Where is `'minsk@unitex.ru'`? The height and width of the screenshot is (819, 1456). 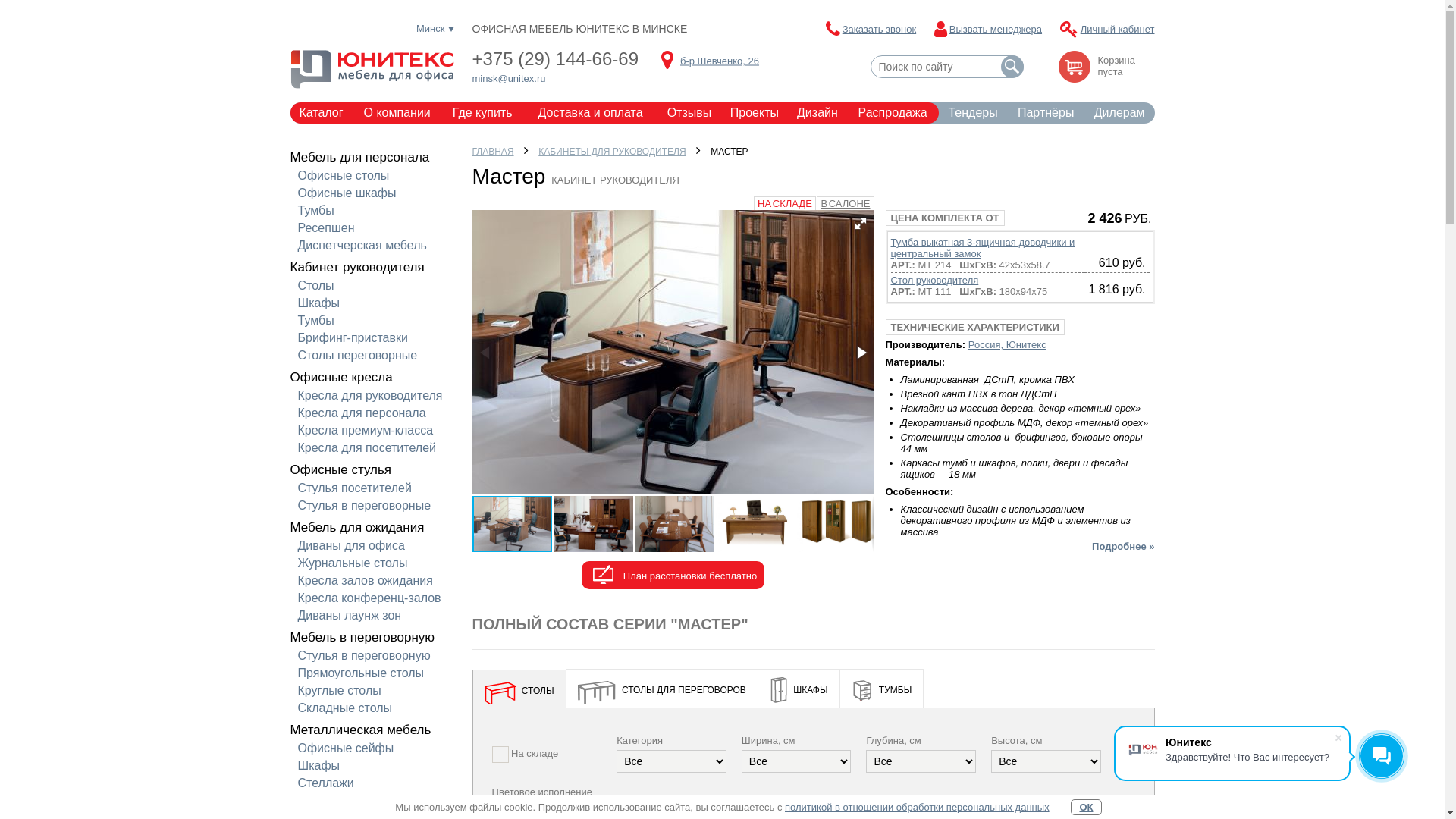 'minsk@unitex.ru' is located at coordinates (508, 78).